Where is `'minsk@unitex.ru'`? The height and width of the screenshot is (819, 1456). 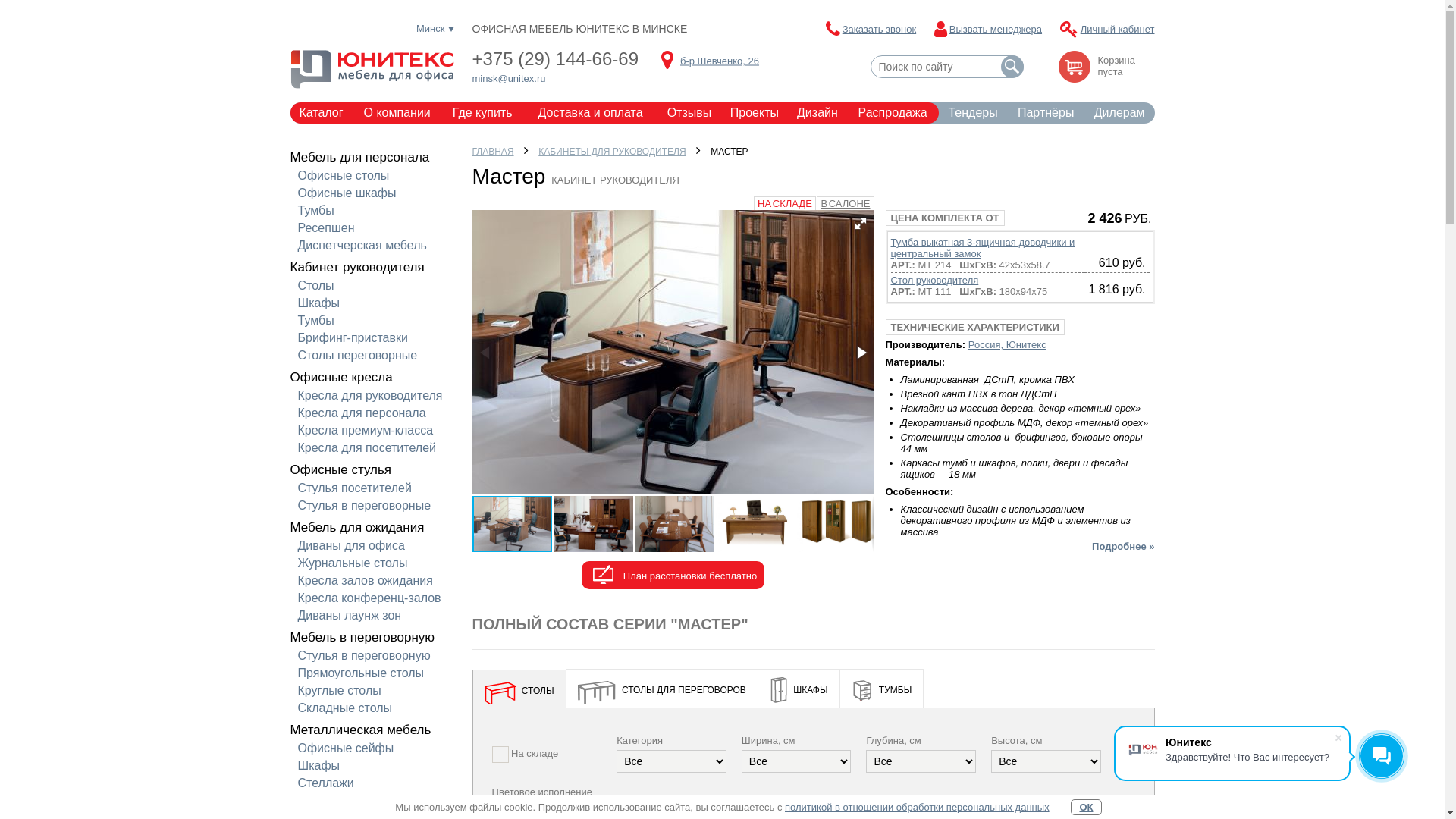 'minsk@unitex.ru' is located at coordinates (508, 78).